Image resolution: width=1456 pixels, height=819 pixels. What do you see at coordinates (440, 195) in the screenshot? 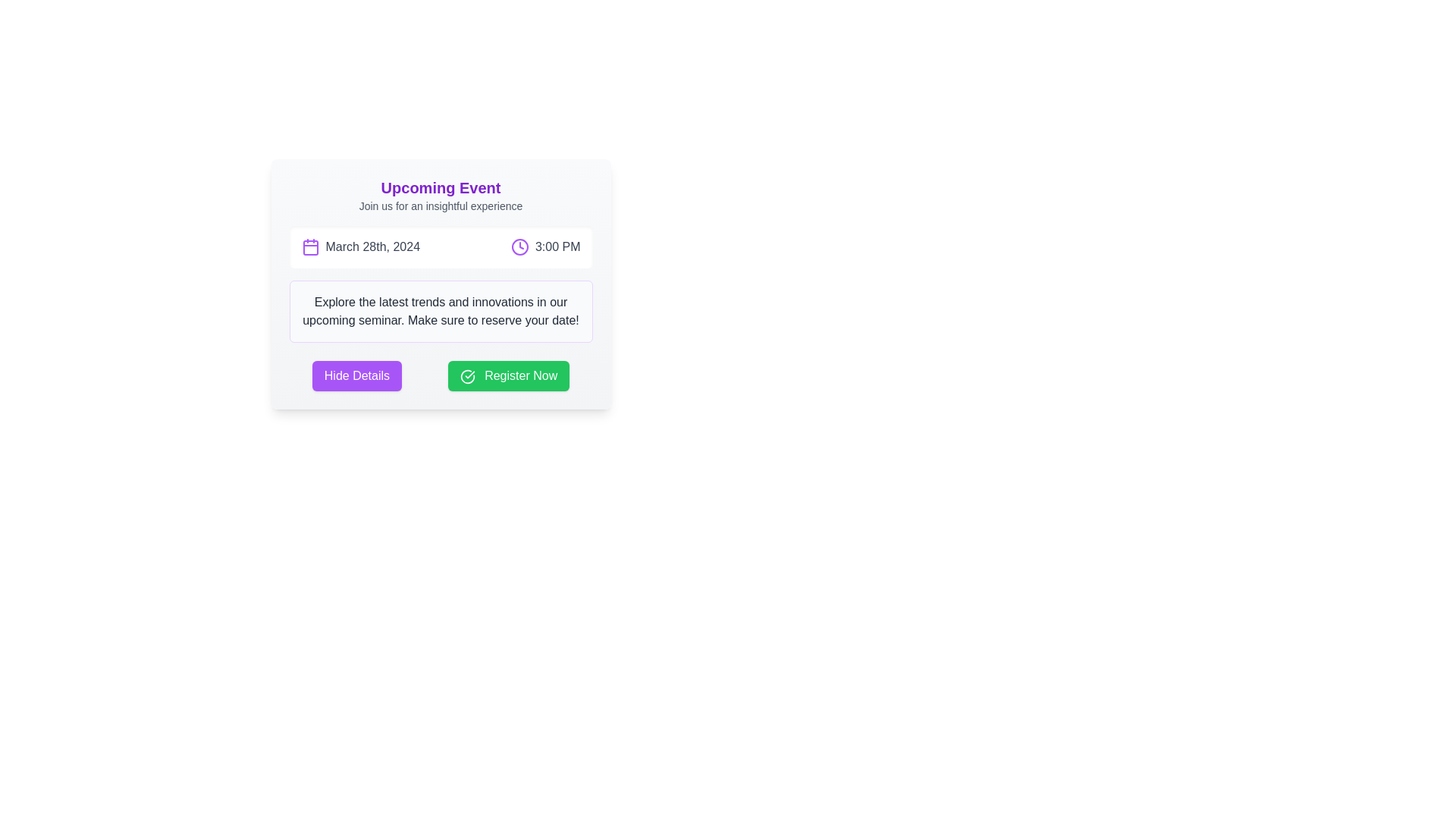
I see `text from the composite text element that includes a bold purple heading 'Upcoming Event' and a lighter gray subtitle 'Join us for an insightful experience.'` at bounding box center [440, 195].